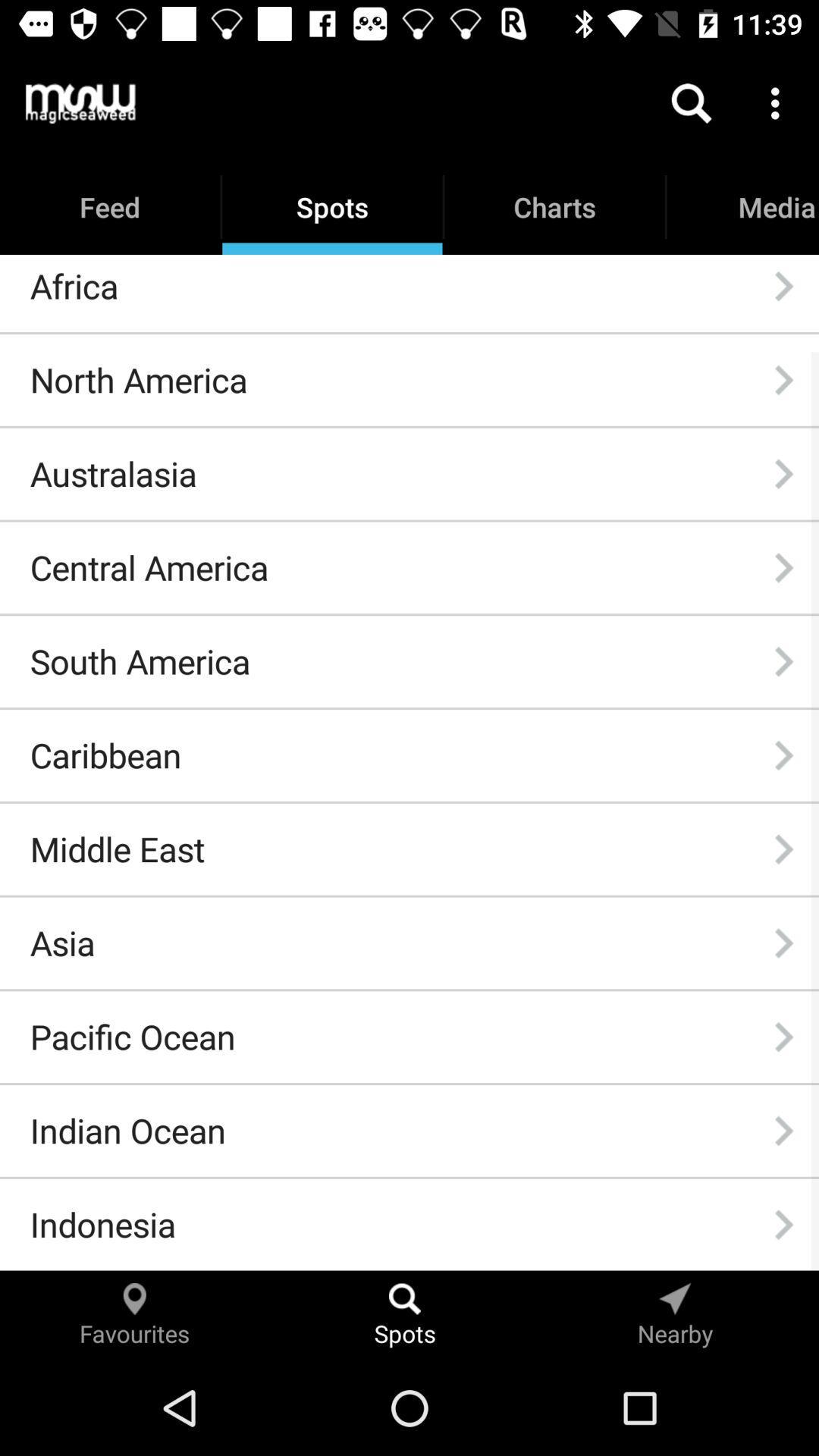 The image size is (819, 1456). Describe the element at coordinates (140, 661) in the screenshot. I see `icon below the central america` at that location.